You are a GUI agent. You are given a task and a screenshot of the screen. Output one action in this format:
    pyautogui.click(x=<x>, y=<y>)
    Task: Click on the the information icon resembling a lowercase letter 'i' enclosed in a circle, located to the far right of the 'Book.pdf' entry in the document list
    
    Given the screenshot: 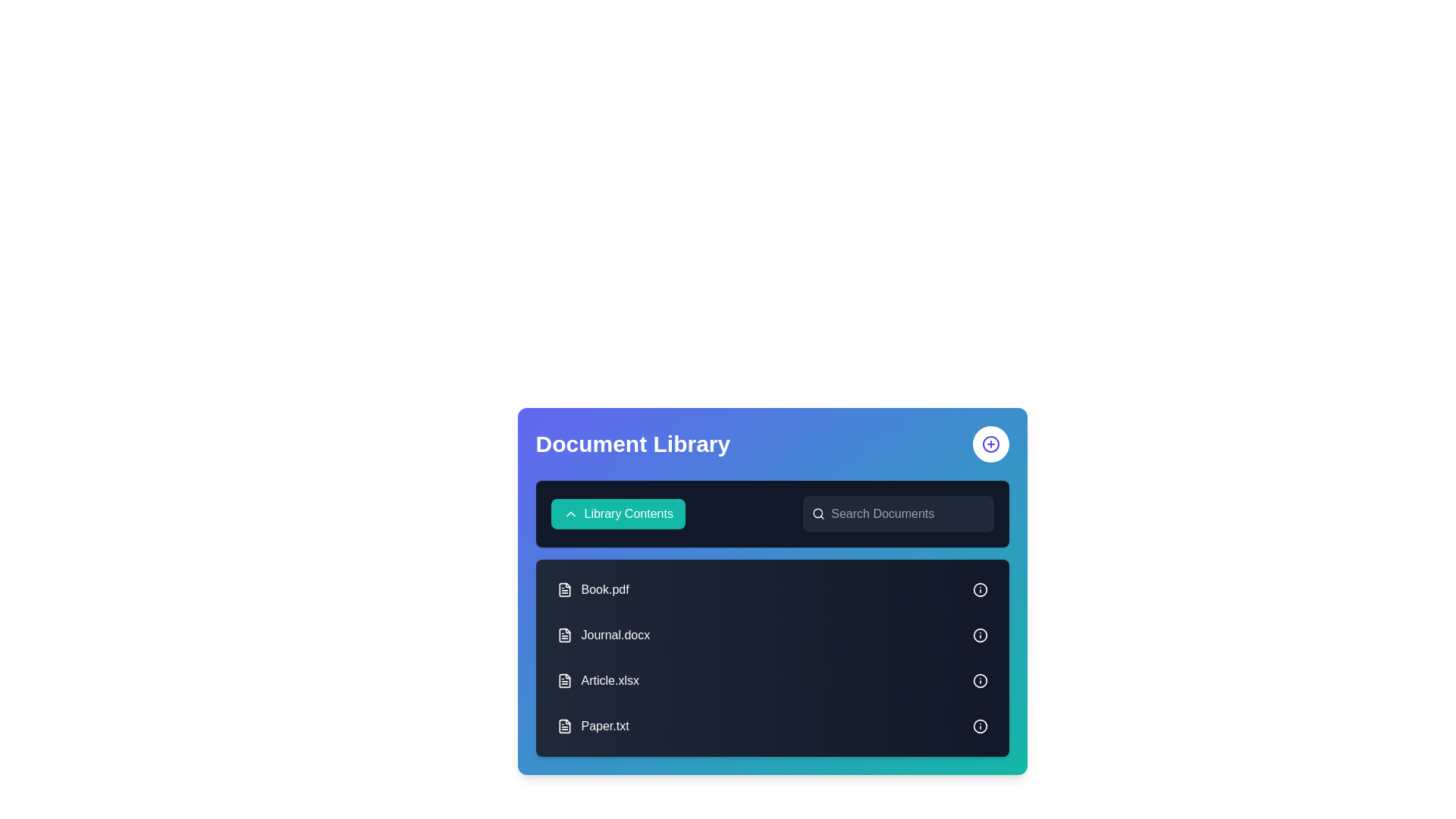 What is the action you would take?
    pyautogui.click(x=980, y=589)
    